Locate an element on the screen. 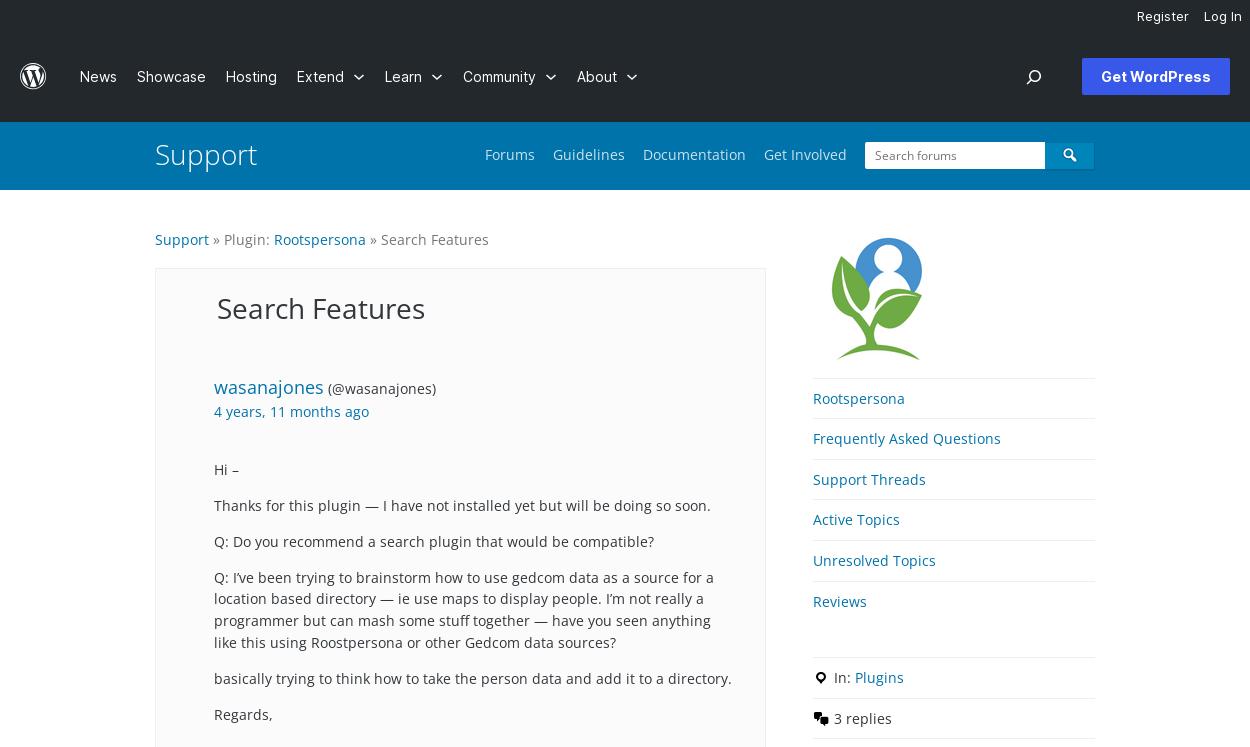 Image resolution: width=1250 pixels, height=747 pixels. '(@wasanajones)' is located at coordinates (327, 387).